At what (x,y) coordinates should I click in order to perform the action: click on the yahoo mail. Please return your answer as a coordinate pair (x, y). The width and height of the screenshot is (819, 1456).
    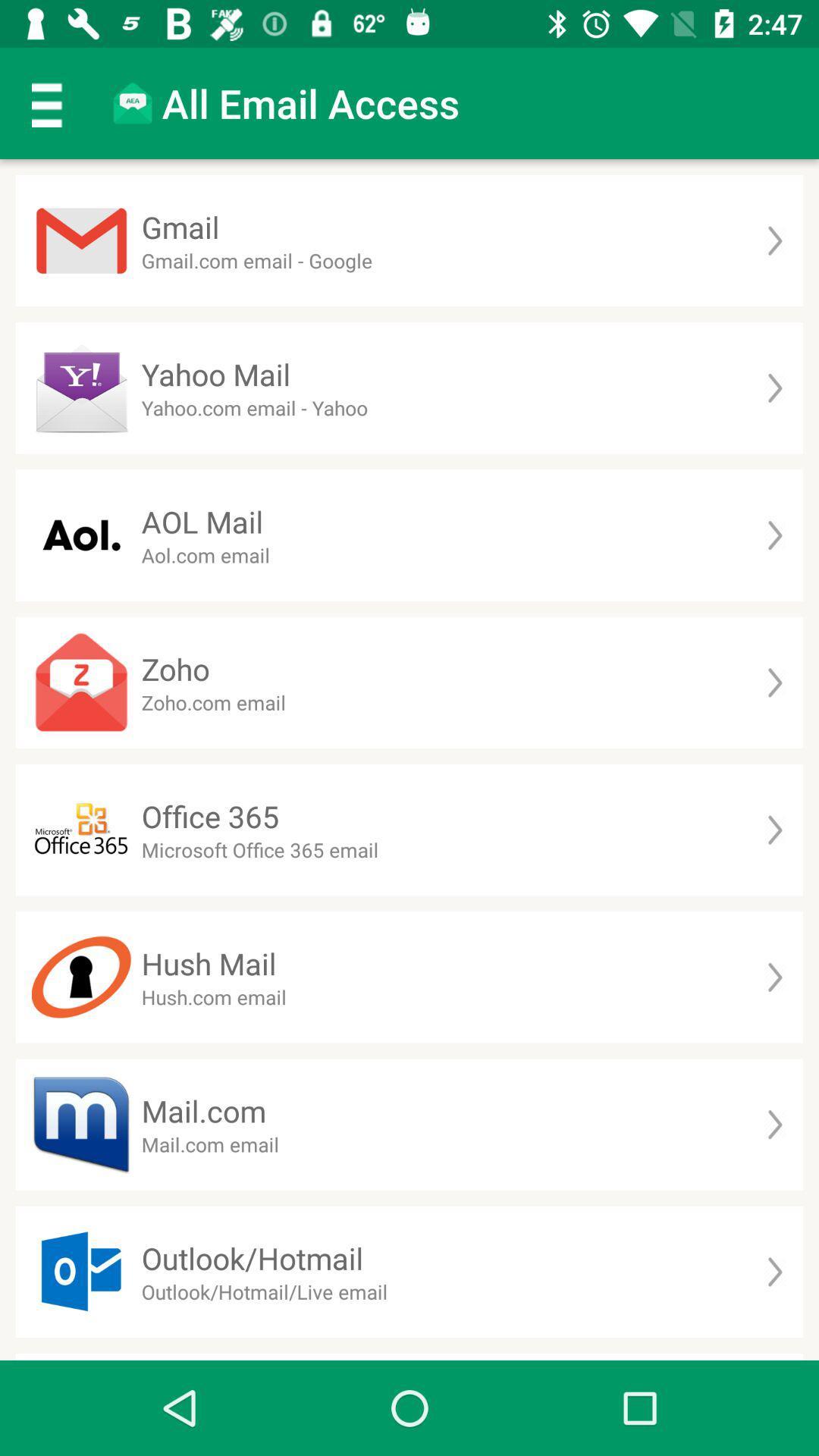
    Looking at the image, I should click on (216, 374).